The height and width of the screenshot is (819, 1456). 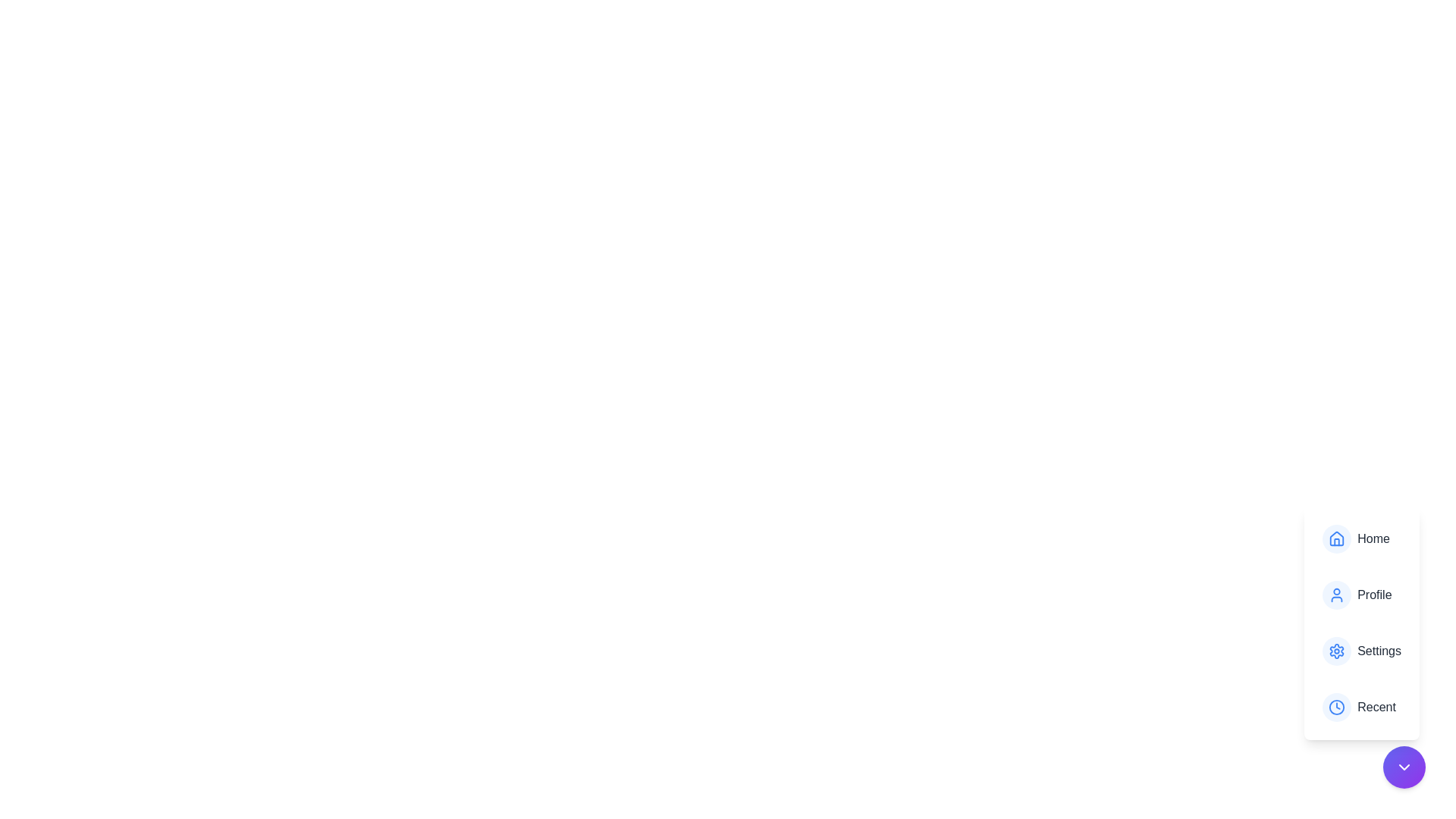 What do you see at coordinates (1361, 708) in the screenshot?
I see `the menu item Recent to view its details` at bounding box center [1361, 708].